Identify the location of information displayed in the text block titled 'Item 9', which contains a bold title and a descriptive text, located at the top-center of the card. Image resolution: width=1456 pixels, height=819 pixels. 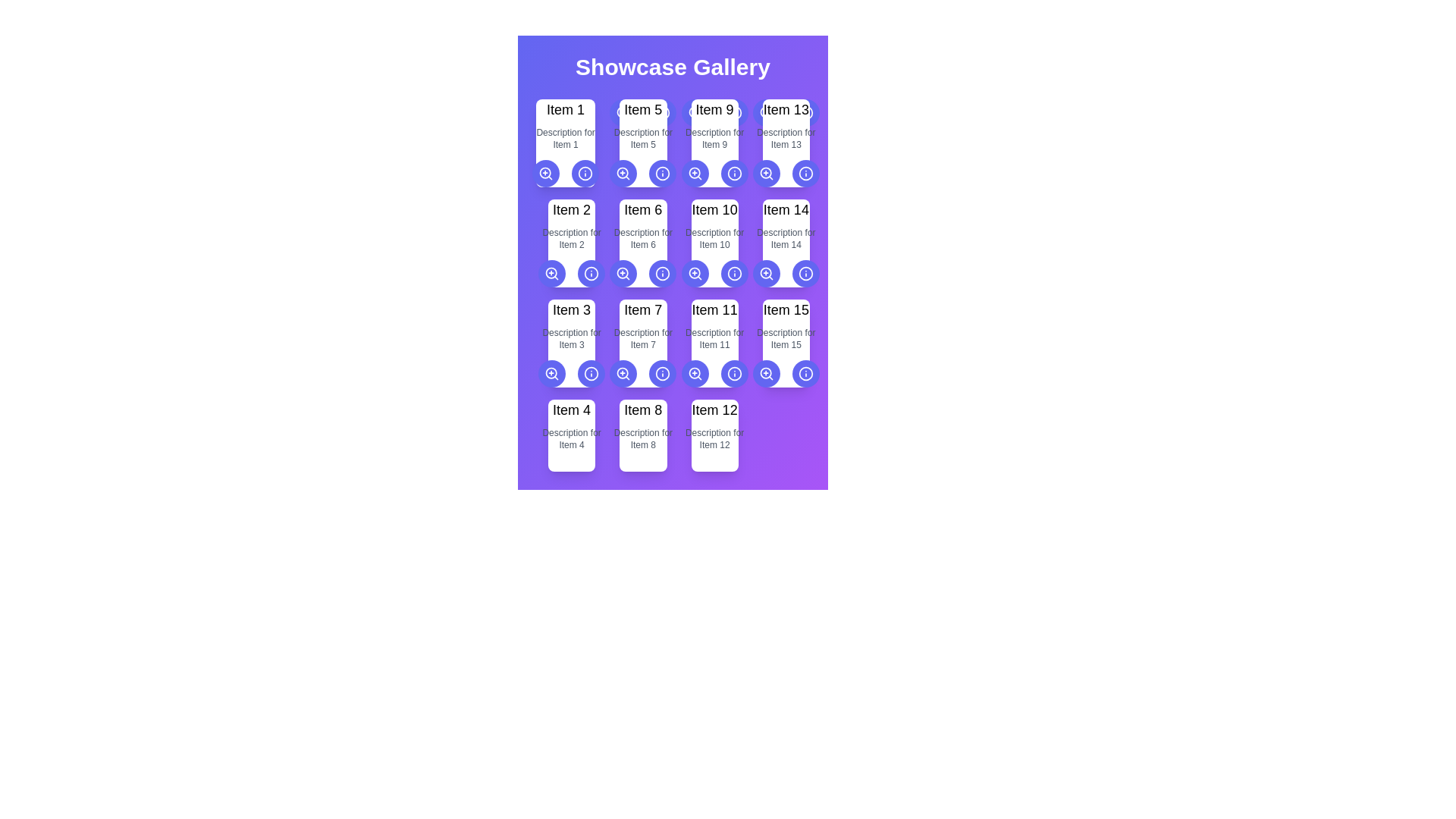
(714, 143).